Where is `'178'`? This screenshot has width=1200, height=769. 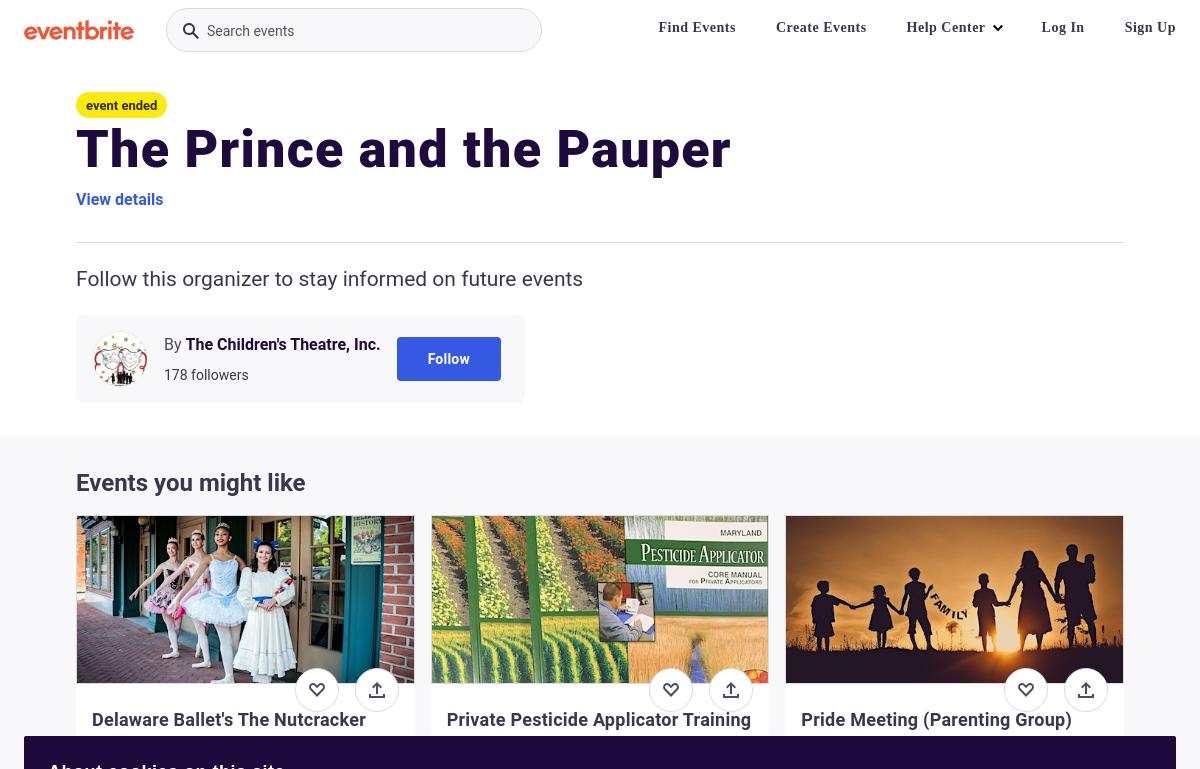
'178' is located at coordinates (174, 373).